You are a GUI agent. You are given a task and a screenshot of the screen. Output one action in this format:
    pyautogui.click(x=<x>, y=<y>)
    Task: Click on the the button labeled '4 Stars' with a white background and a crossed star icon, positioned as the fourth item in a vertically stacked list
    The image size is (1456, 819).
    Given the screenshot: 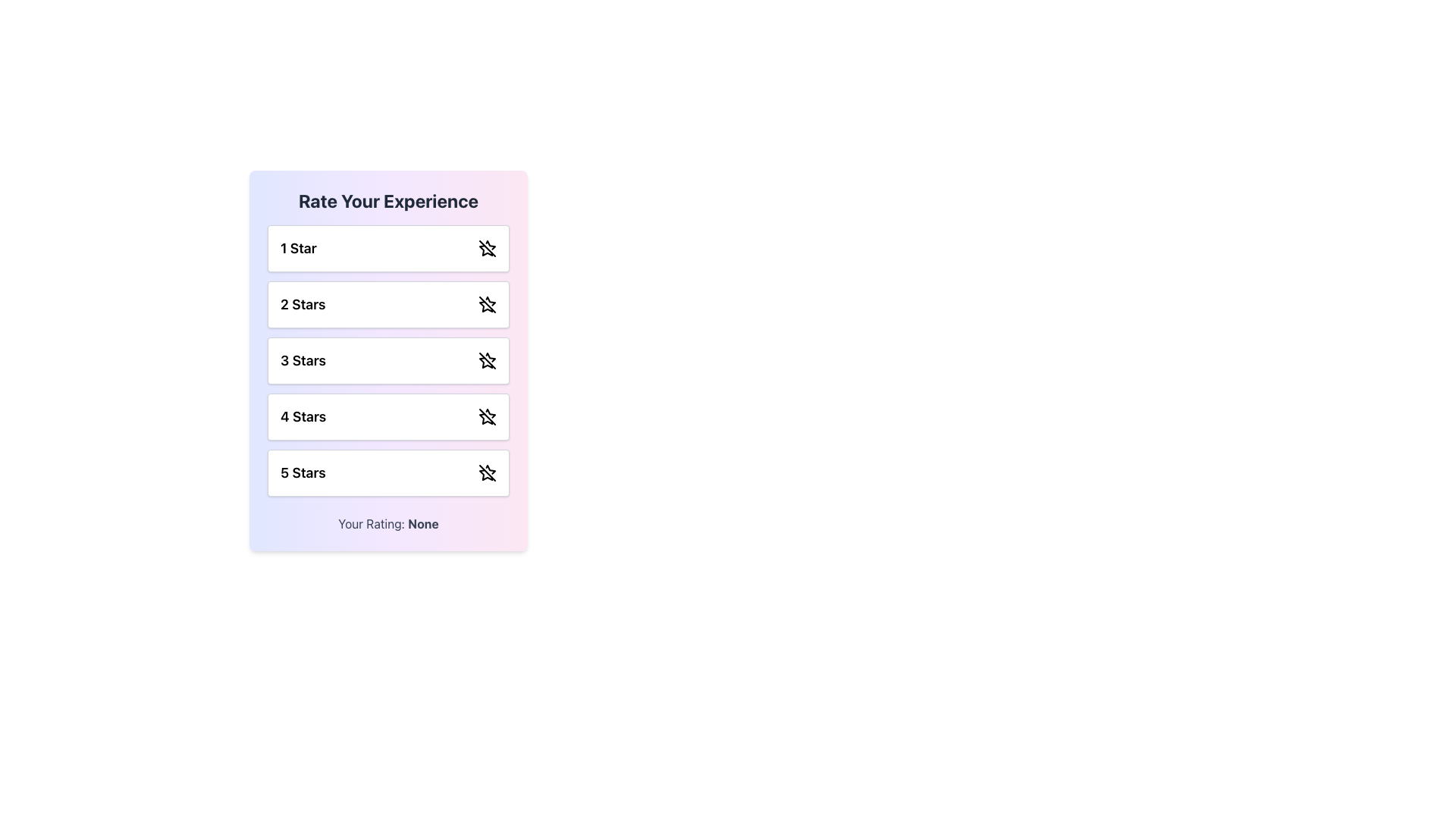 What is the action you would take?
    pyautogui.click(x=388, y=417)
    